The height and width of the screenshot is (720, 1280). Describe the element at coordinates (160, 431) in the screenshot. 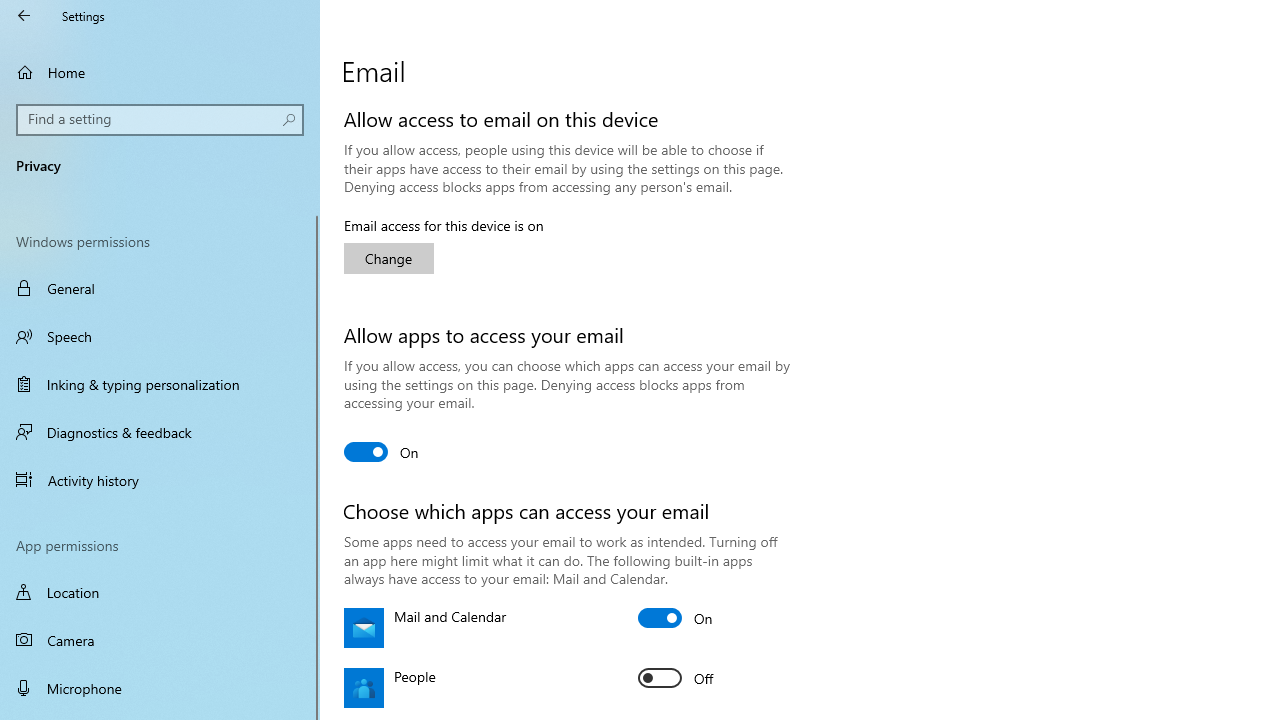

I see `'Diagnostics & feedback'` at that location.